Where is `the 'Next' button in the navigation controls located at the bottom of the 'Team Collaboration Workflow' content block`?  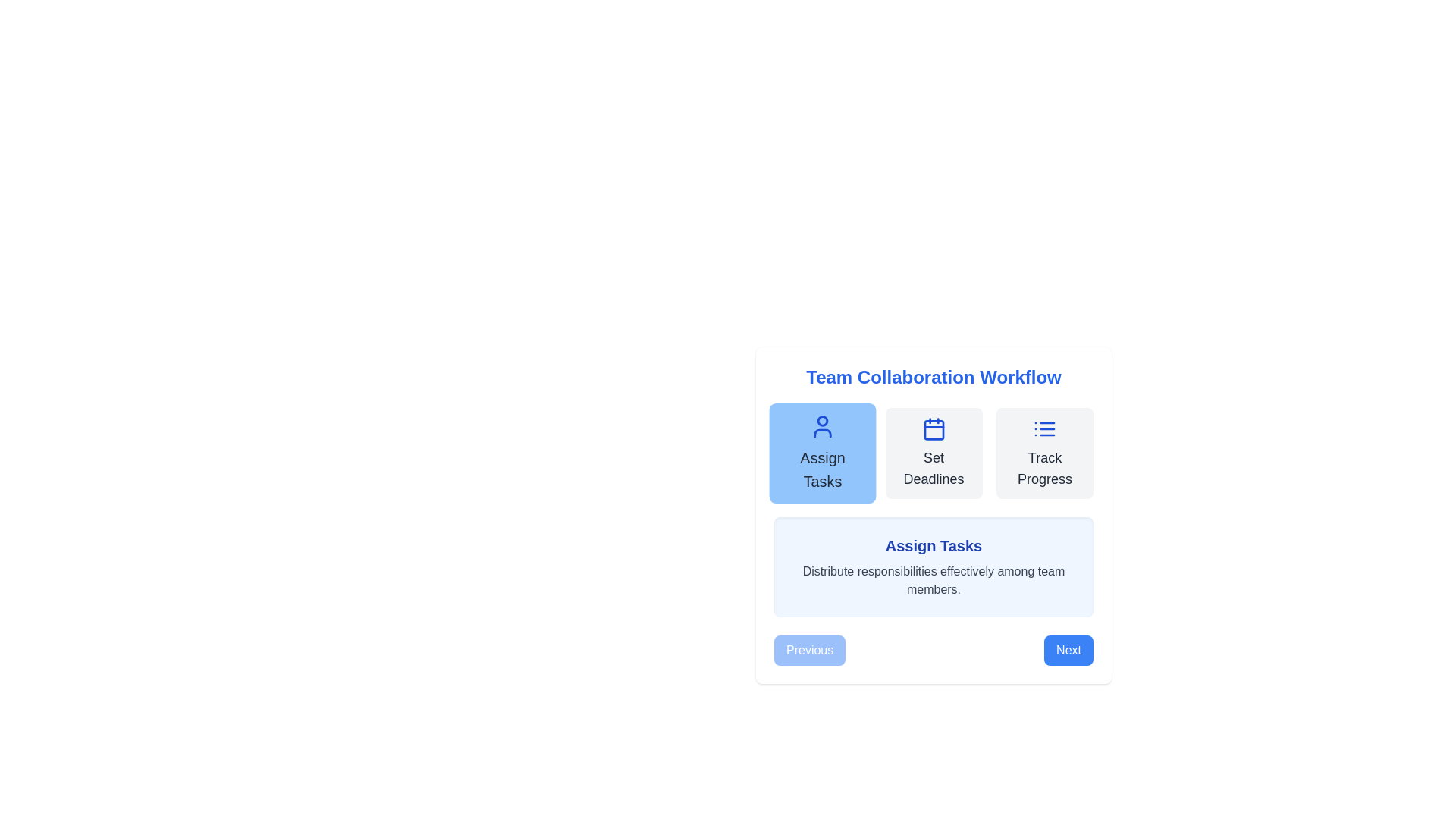 the 'Next' button in the navigation controls located at the bottom of the 'Team Collaboration Workflow' content block is located at coordinates (933, 649).